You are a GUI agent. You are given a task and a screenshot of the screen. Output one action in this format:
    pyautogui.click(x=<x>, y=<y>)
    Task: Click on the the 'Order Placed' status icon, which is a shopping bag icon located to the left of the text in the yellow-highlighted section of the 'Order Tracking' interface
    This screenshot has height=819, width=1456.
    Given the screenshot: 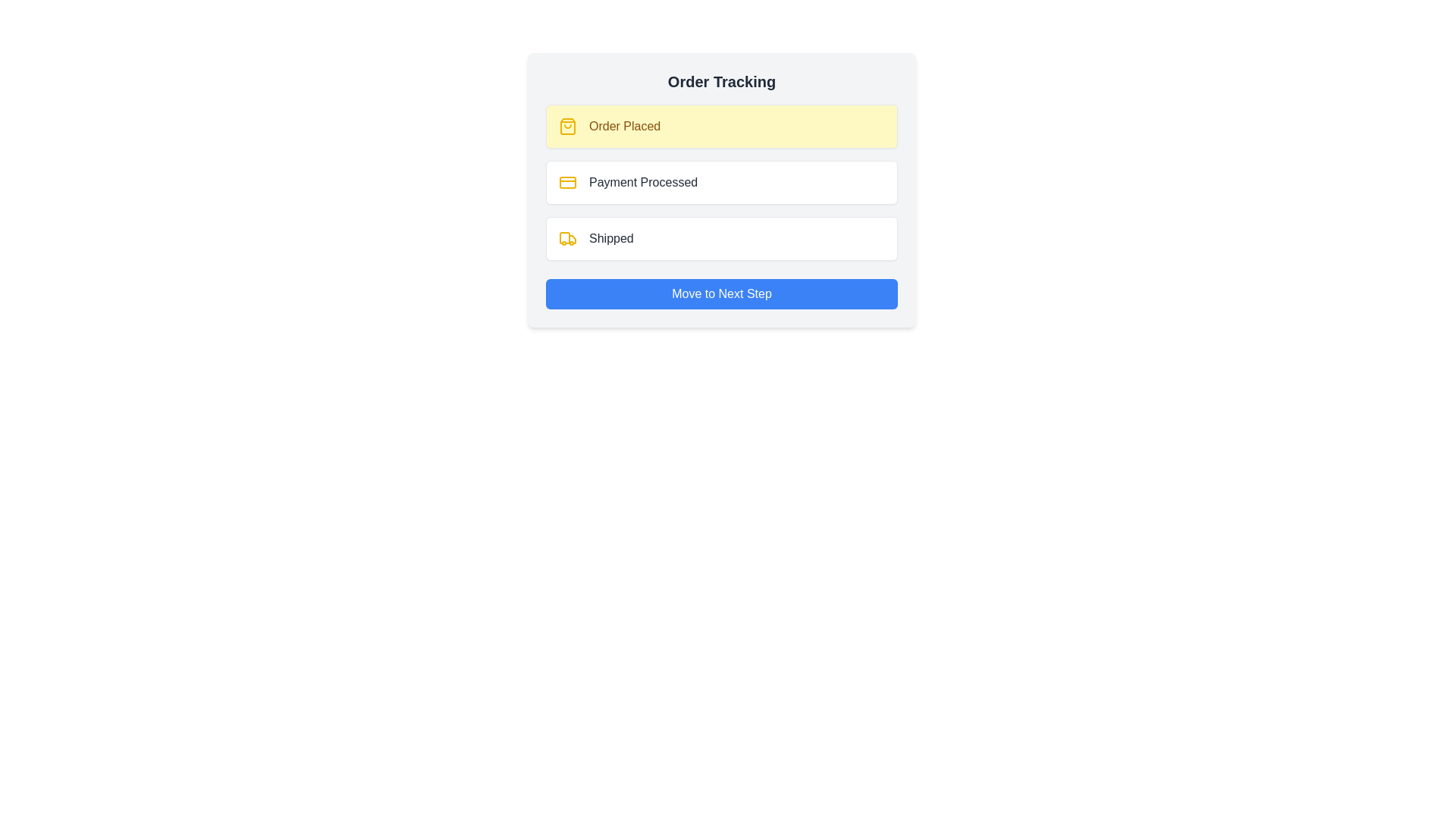 What is the action you would take?
    pyautogui.click(x=566, y=125)
    